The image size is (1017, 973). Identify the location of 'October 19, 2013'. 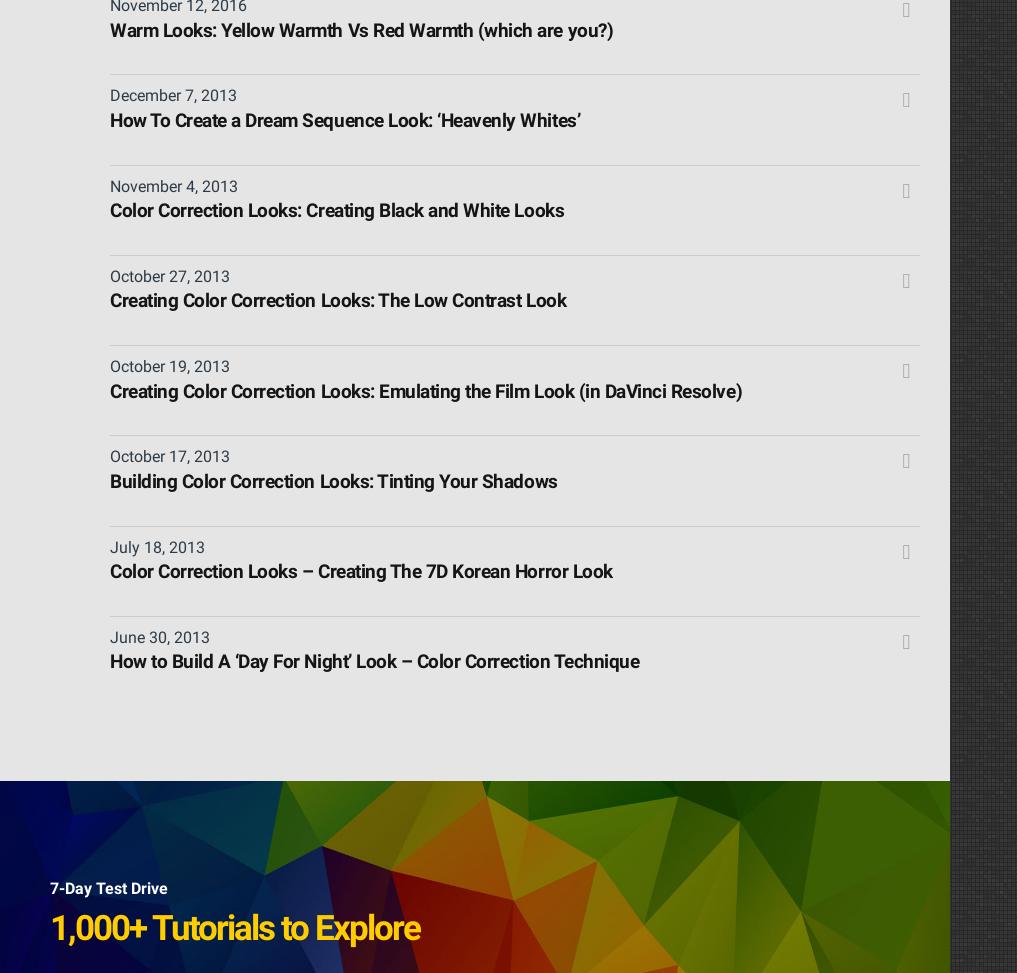
(170, 365).